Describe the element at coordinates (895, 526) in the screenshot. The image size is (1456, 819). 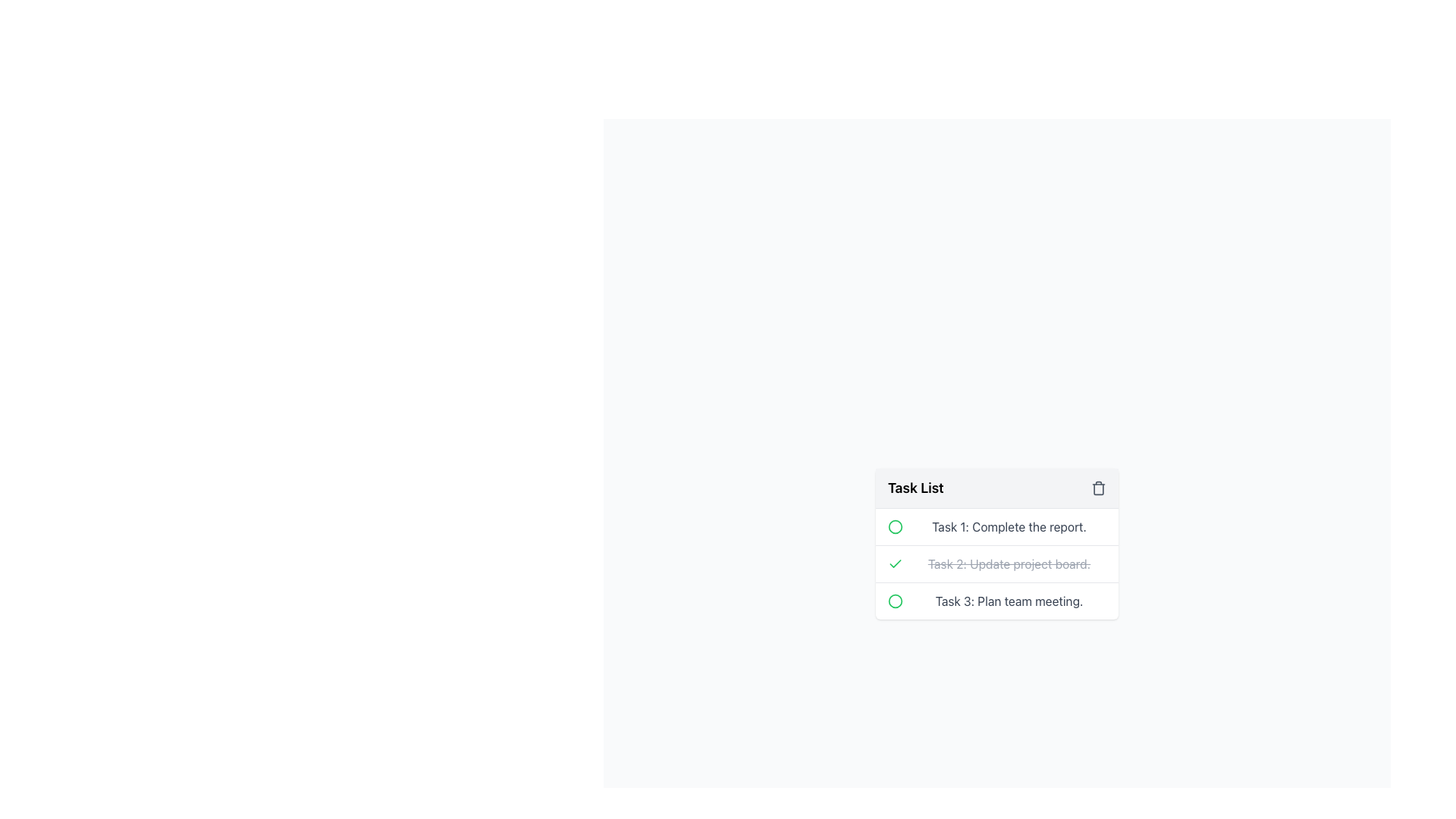
I see `the central circle inside the SVG graphic located near the top-left part of the 'Task 1: Complete the report.' row within the 'Task List' block in the bottom right part of the interface` at that location.